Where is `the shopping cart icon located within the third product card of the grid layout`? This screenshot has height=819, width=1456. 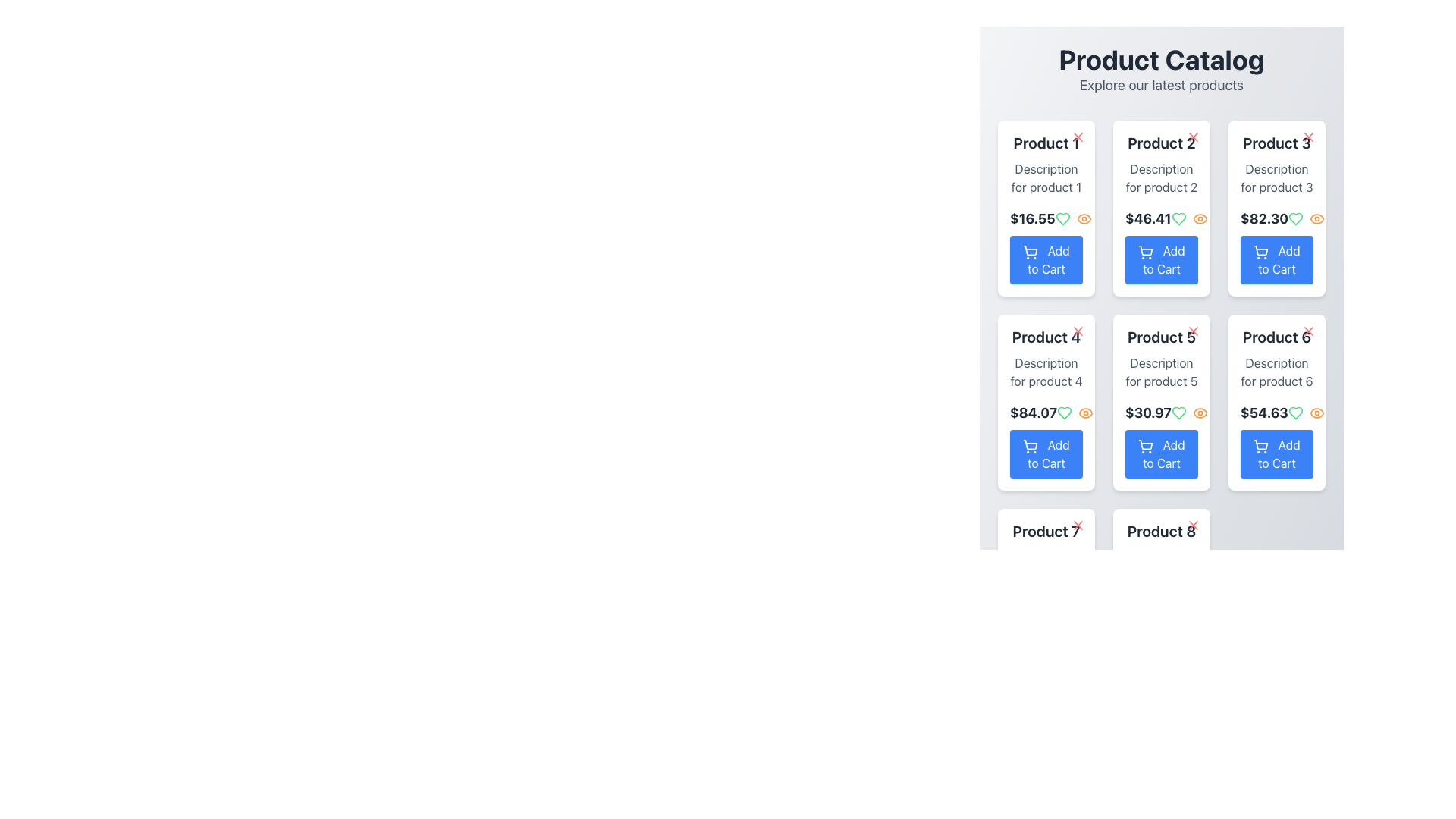 the shopping cart icon located within the third product card of the grid layout is located at coordinates (1261, 249).